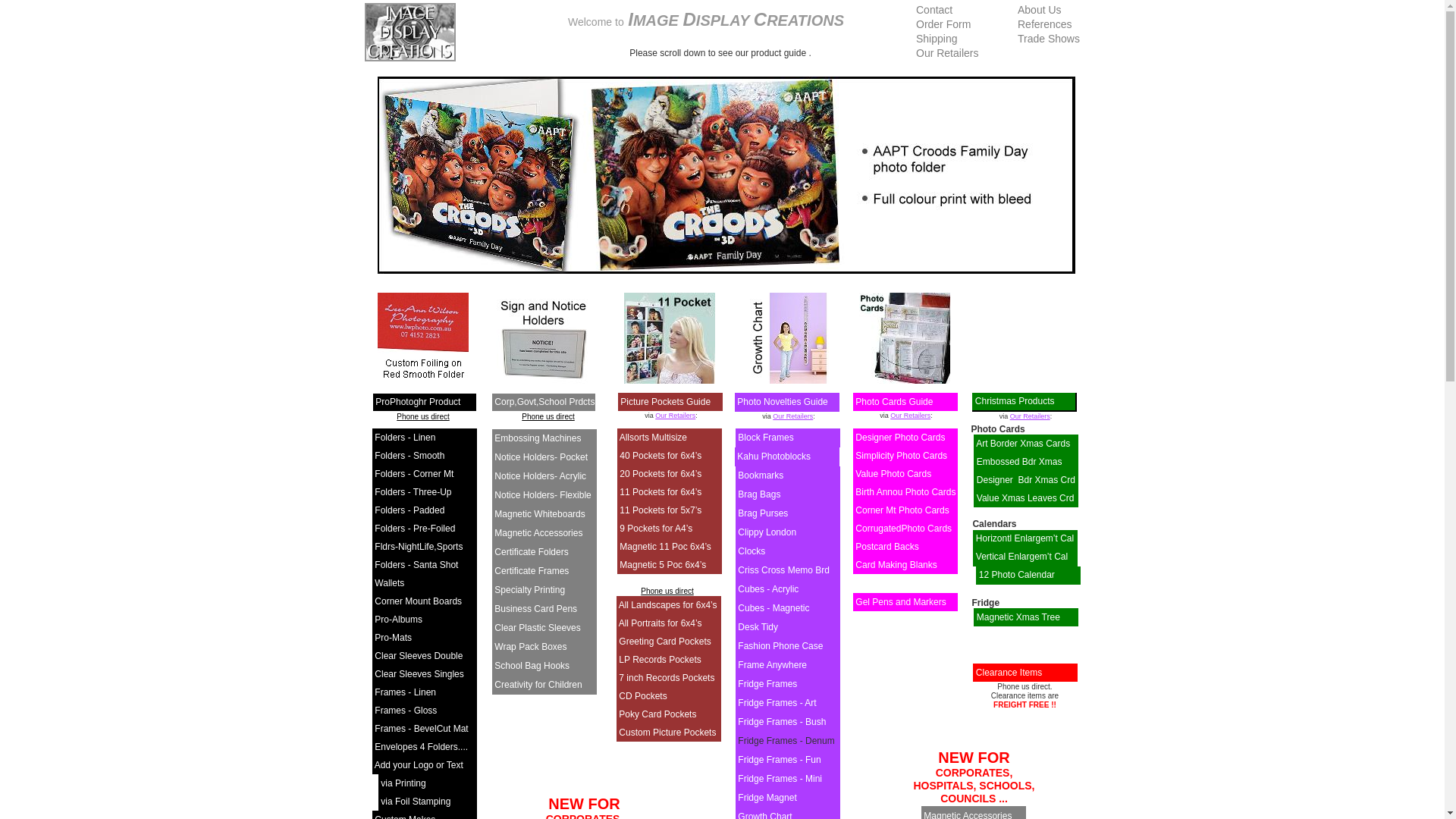  I want to click on 'Trade Shows', so click(1047, 37).